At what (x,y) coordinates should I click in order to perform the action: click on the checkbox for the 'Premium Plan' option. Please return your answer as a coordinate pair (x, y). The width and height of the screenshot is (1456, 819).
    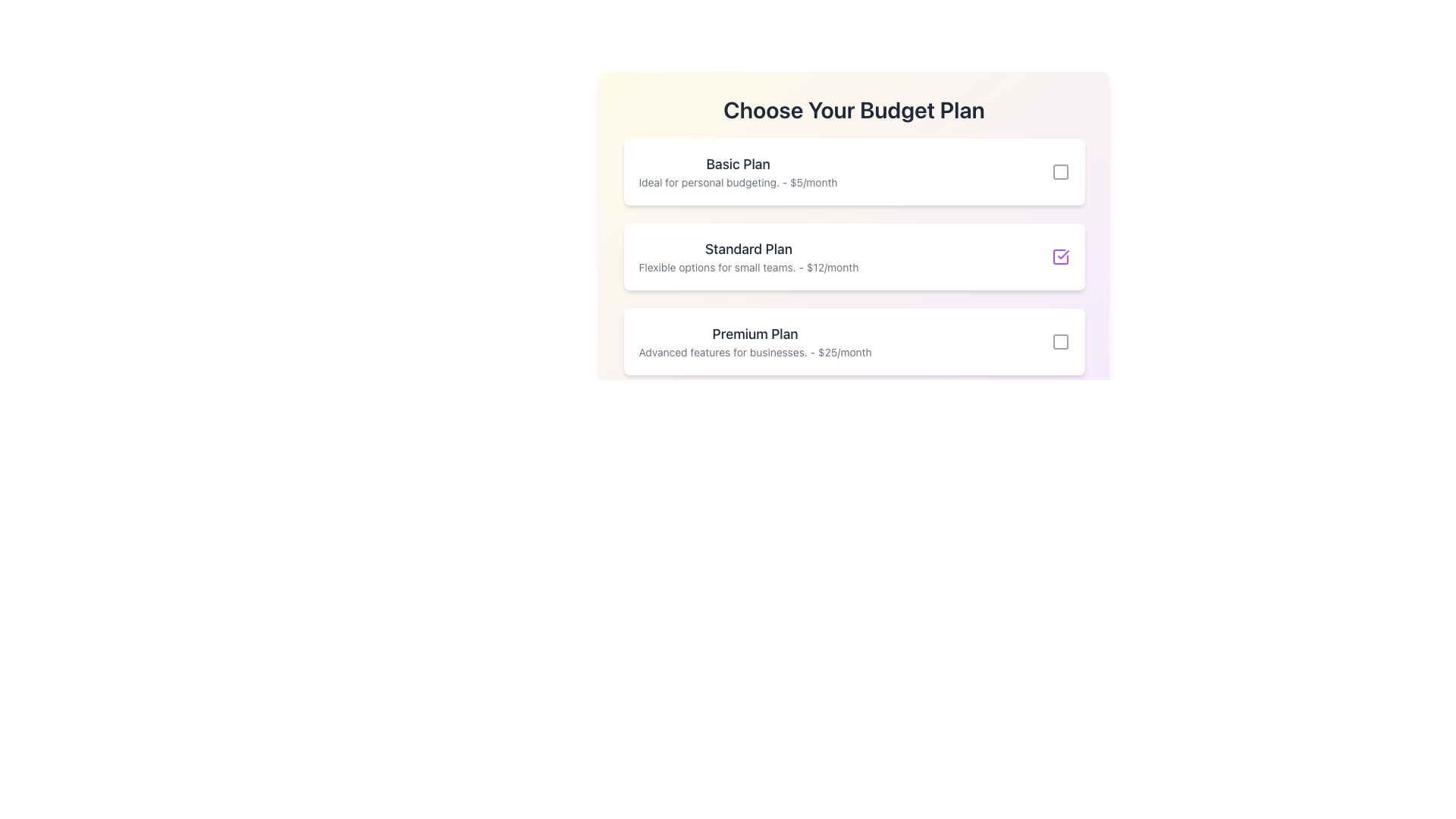
    Looking at the image, I should click on (1059, 342).